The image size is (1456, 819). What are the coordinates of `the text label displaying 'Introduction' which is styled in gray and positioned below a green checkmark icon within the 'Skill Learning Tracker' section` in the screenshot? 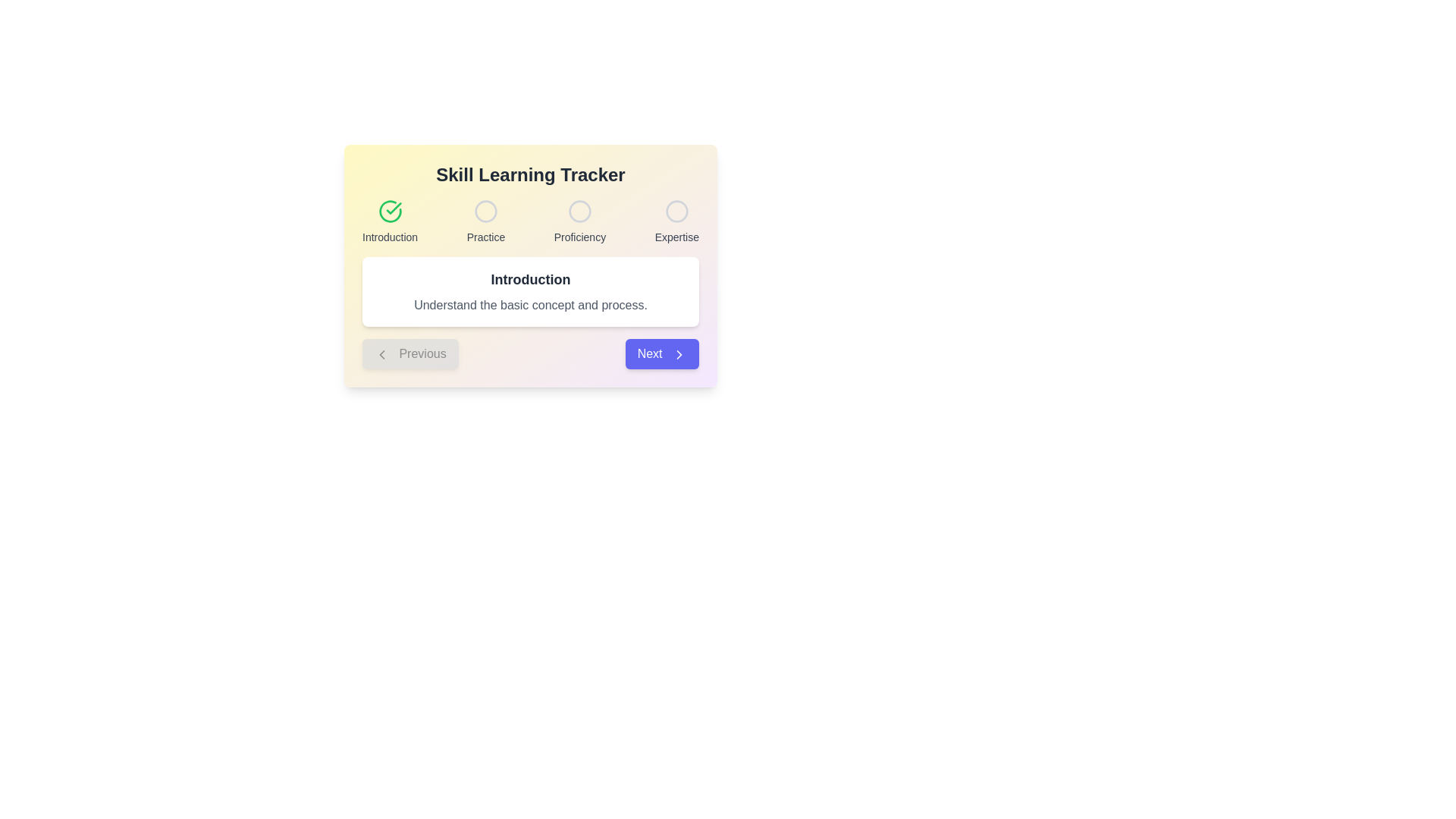 It's located at (390, 237).